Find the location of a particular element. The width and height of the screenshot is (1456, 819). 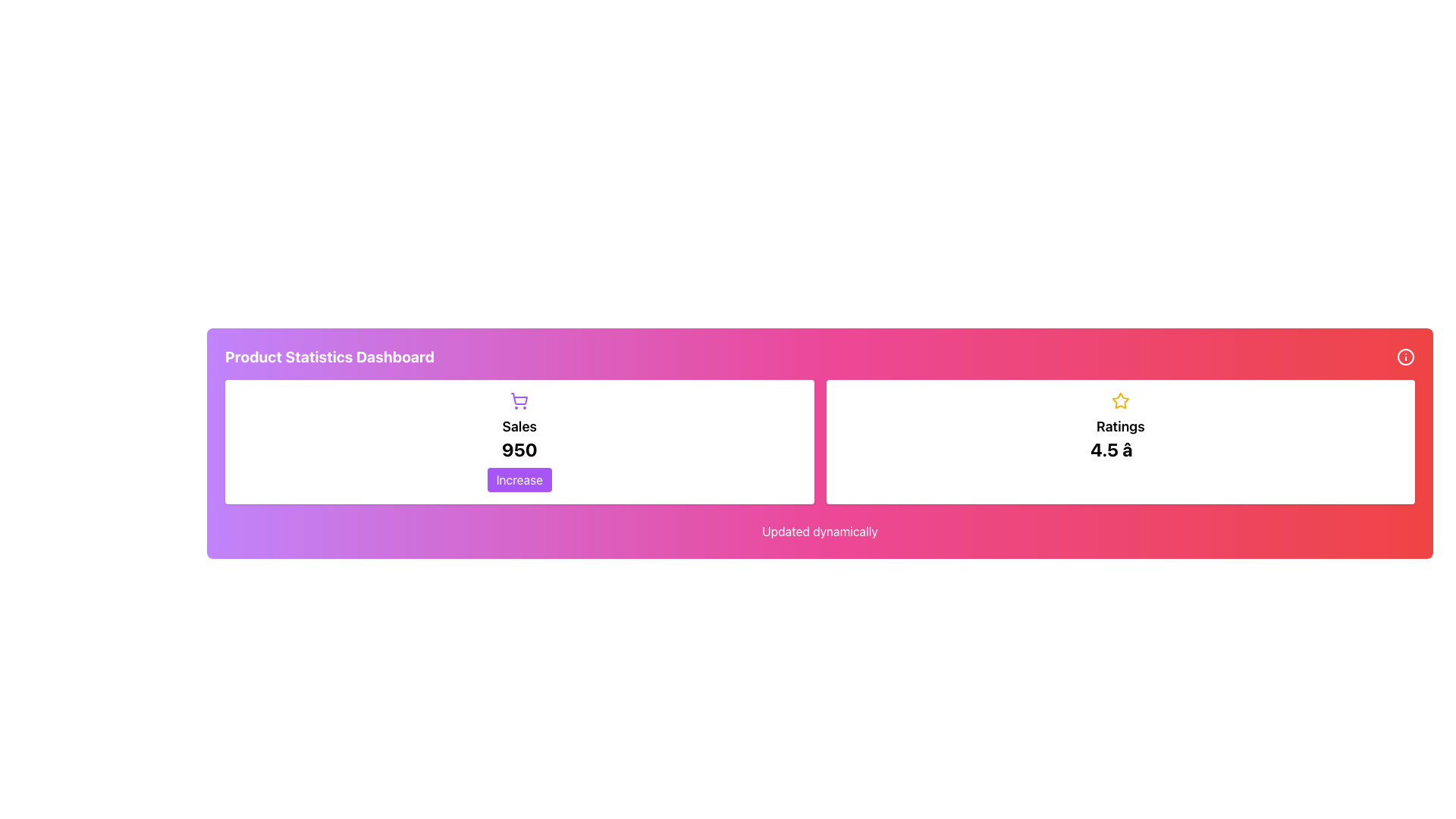

the information icon is located at coordinates (1404, 356).